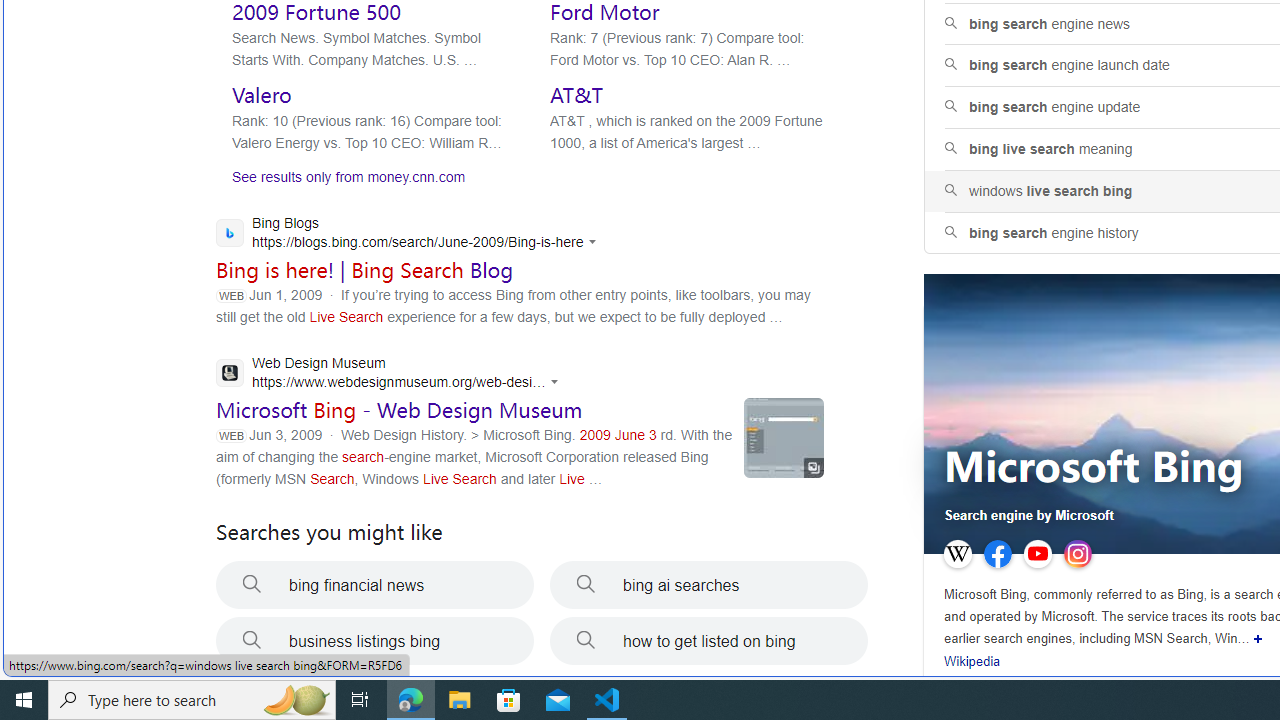 The image size is (1280, 720). Describe the element at coordinates (410, 234) in the screenshot. I see `'Bing Blogs'` at that location.